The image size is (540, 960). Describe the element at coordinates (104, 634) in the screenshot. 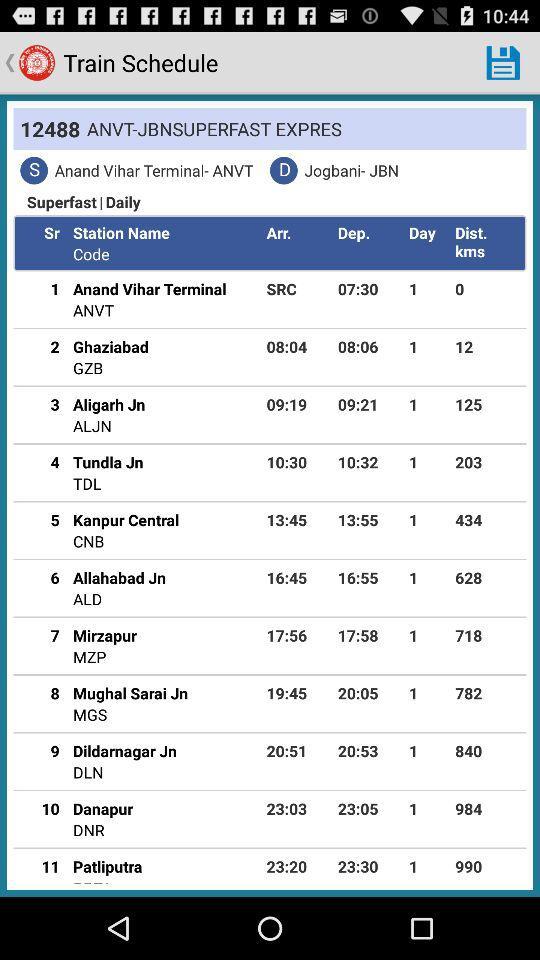

I see `the app to the left of the 17:56 item` at that location.